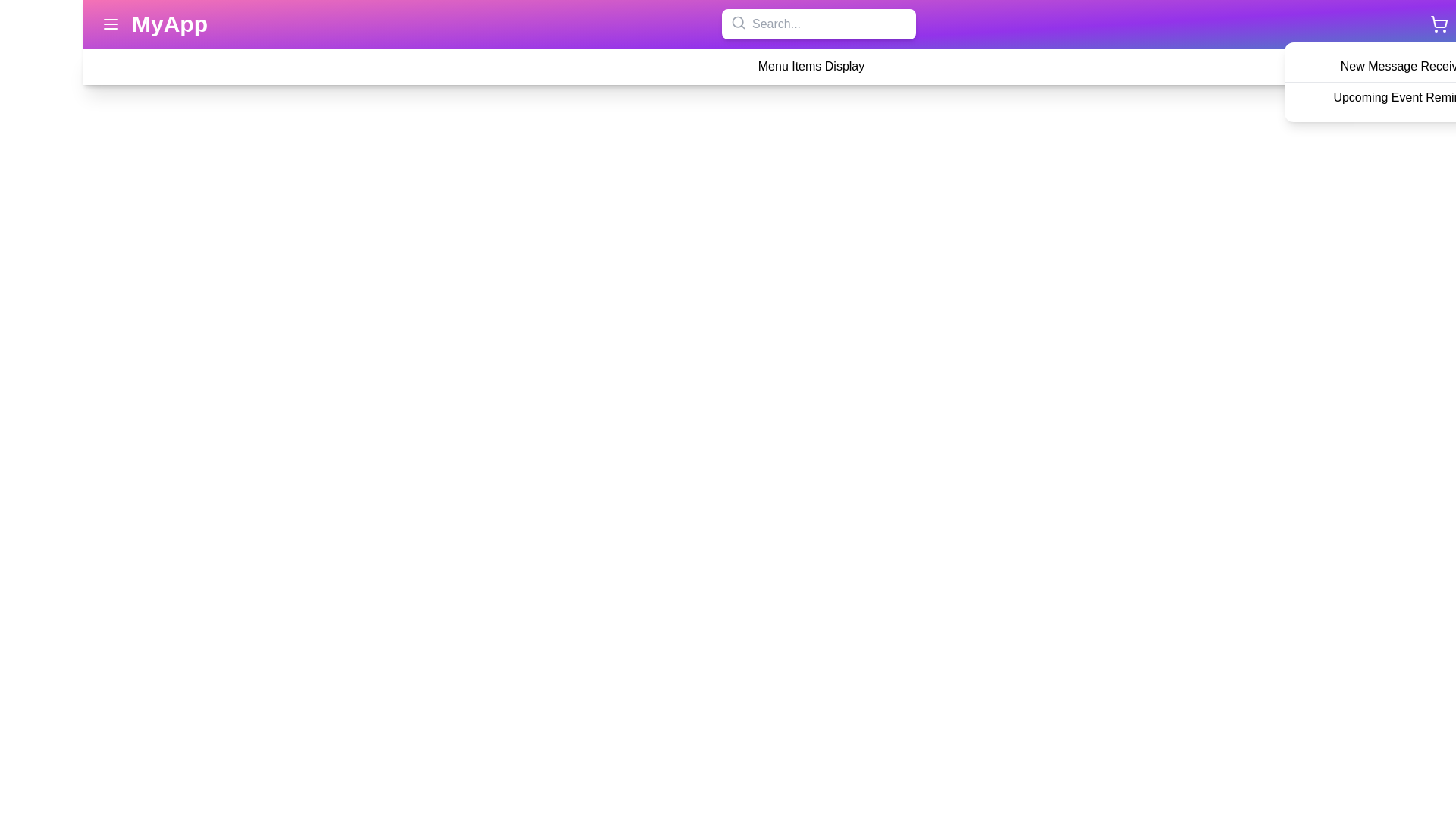 This screenshot has height=819, width=1456. I want to click on the search icon to initiate a search action, so click(739, 23).